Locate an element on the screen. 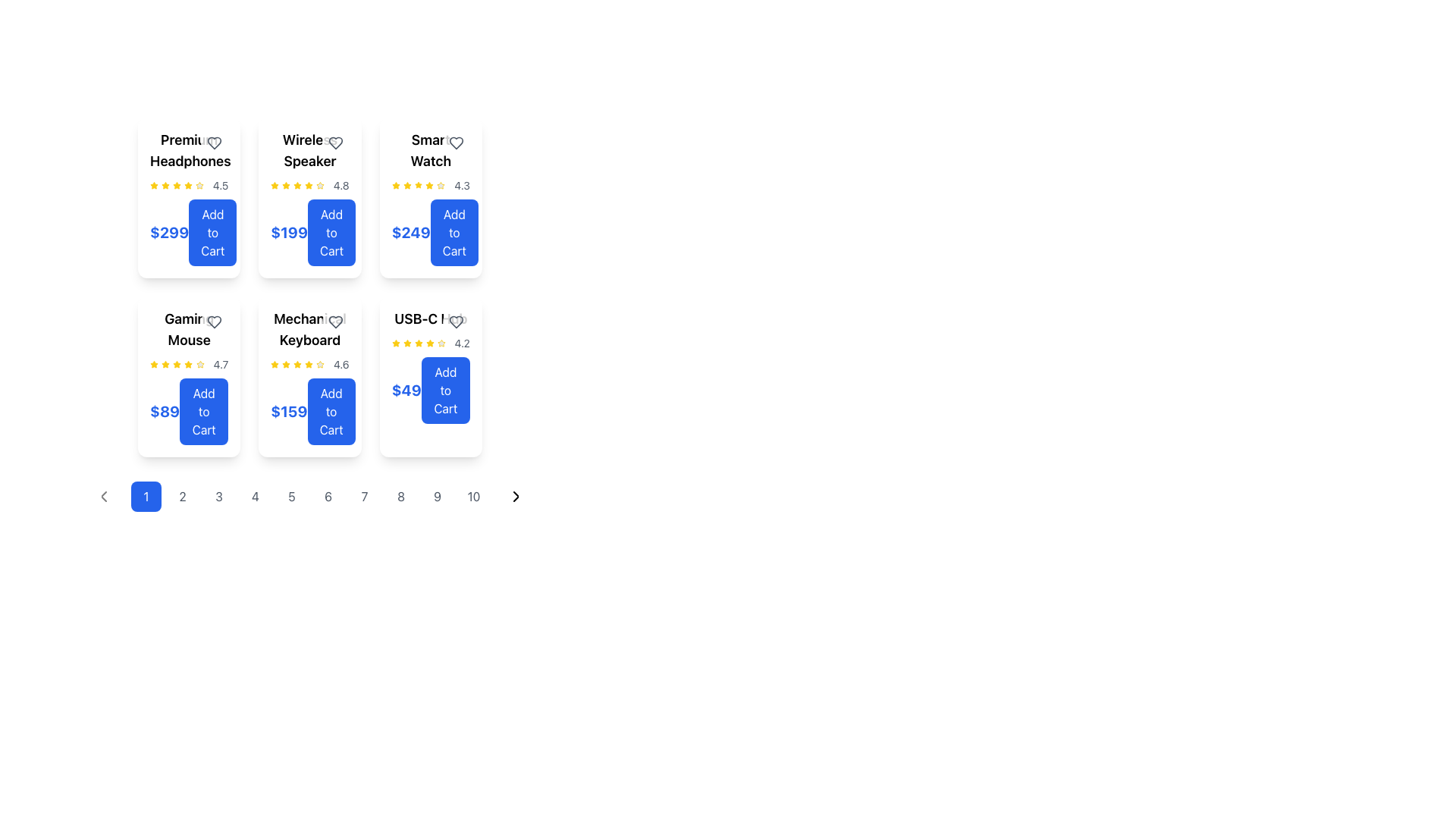 Image resolution: width=1456 pixels, height=819 pixels. the label displaying the average rating of the 'Gamir Mouse', which is located in the second row, first column of the grid layout, adjacent to the star icons is located at coordinates (220, 365).